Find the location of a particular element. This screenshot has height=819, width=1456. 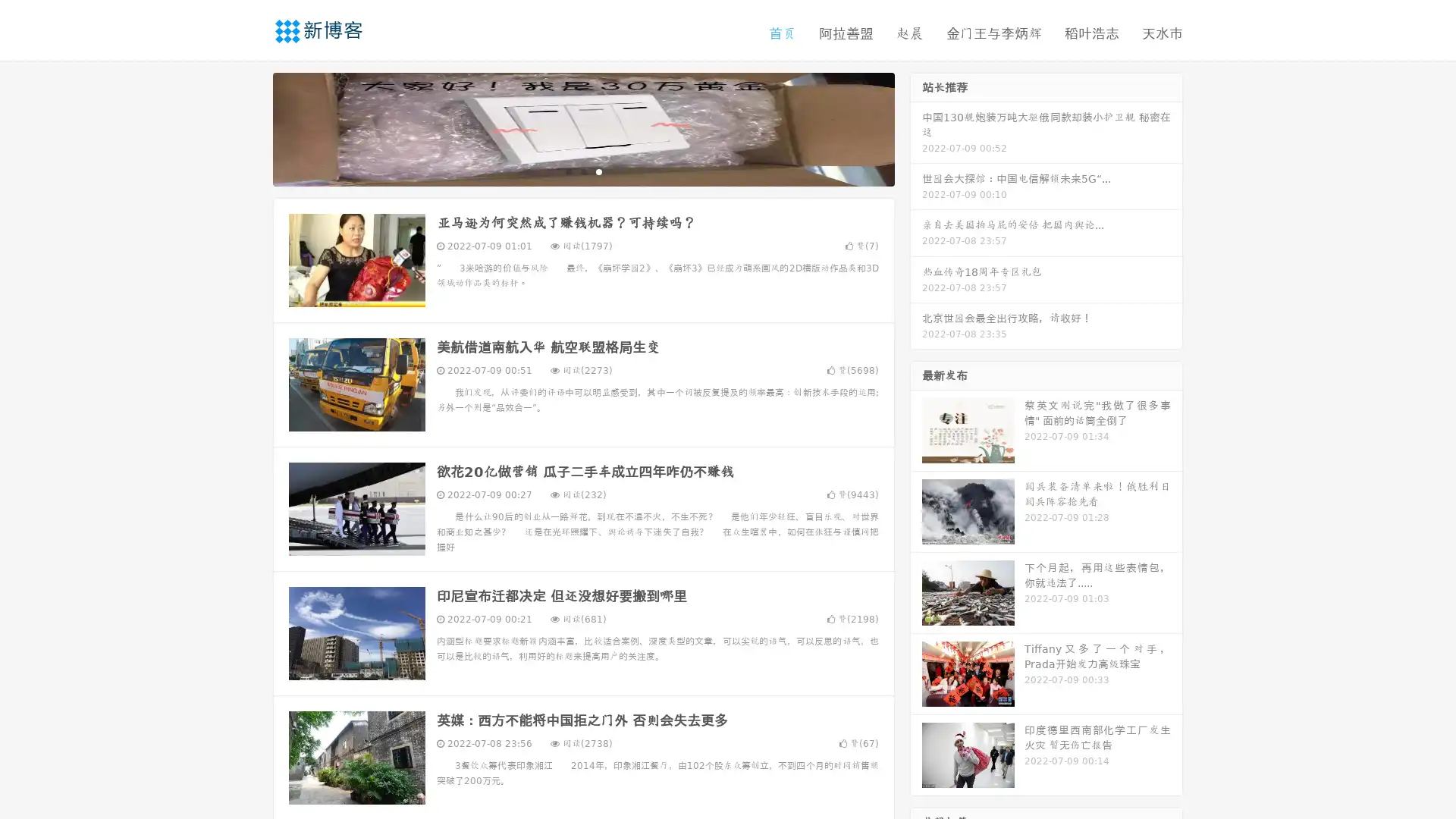

Next slide is located at coordinates (916, 127).